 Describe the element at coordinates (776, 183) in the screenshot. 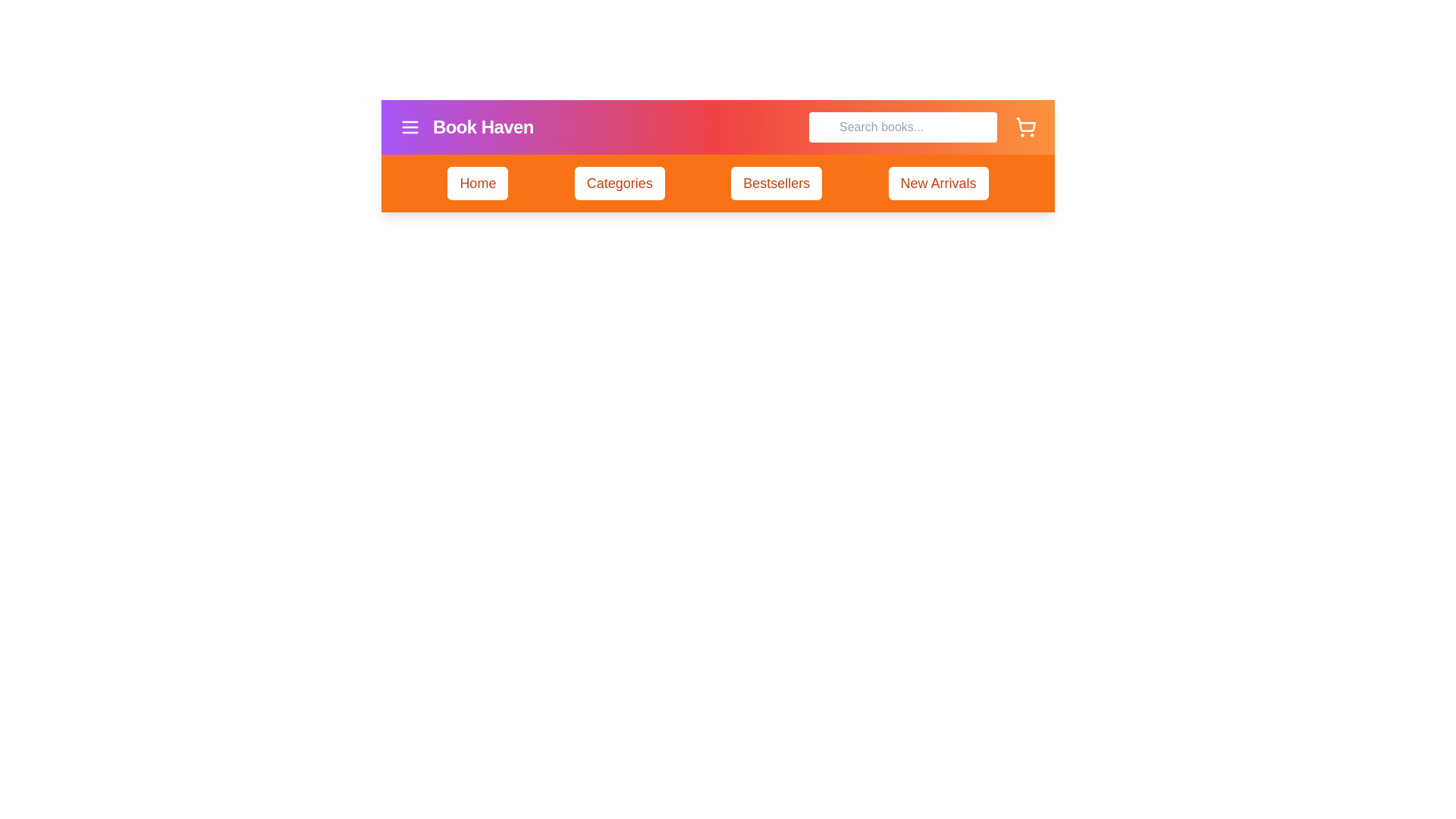

I see `the navigation item Bestsellers` at that location.